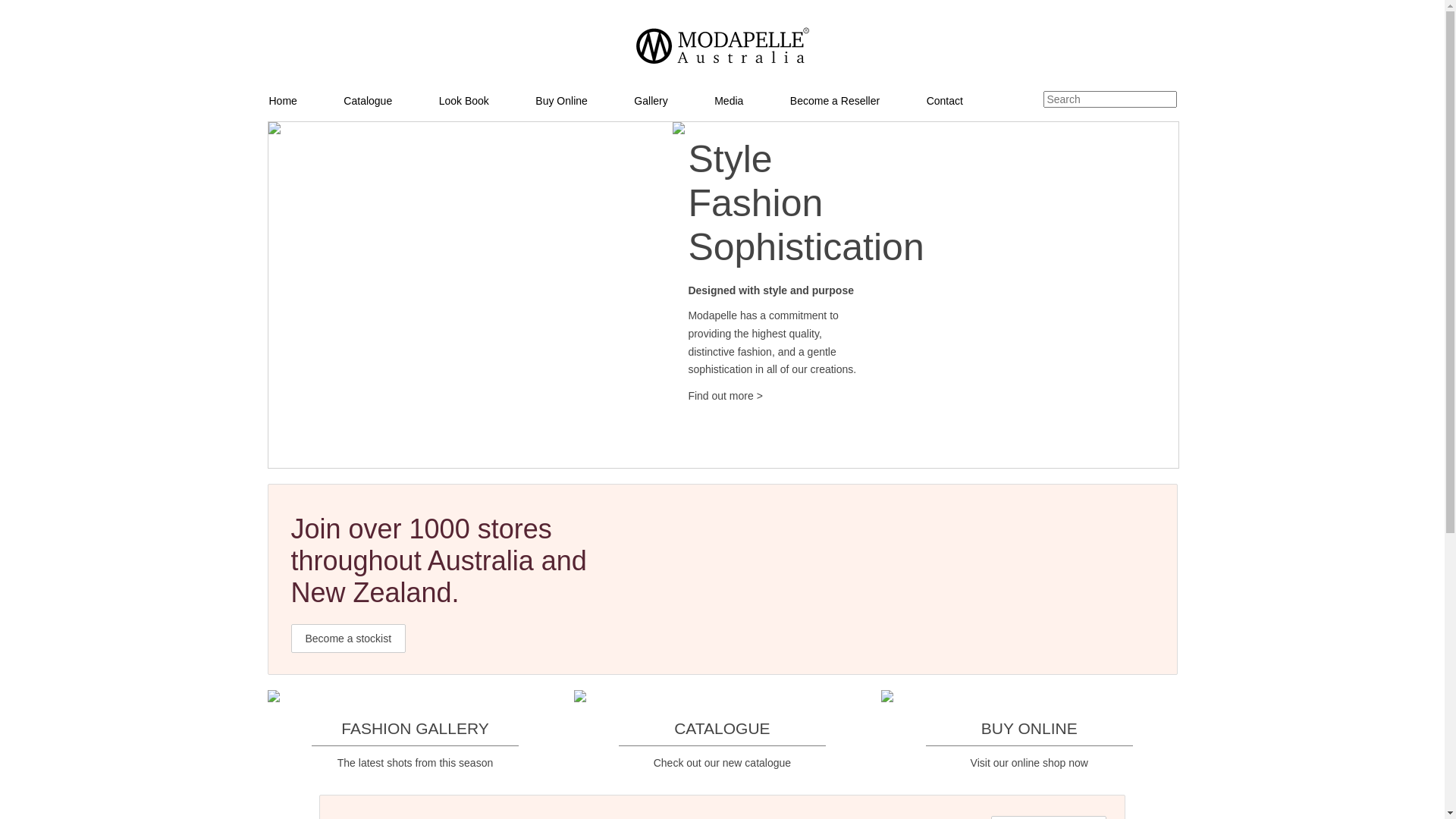  Describe the element at coordinates (880, 728) in the screenshot. I see `'BUY ONLINE` at that location.